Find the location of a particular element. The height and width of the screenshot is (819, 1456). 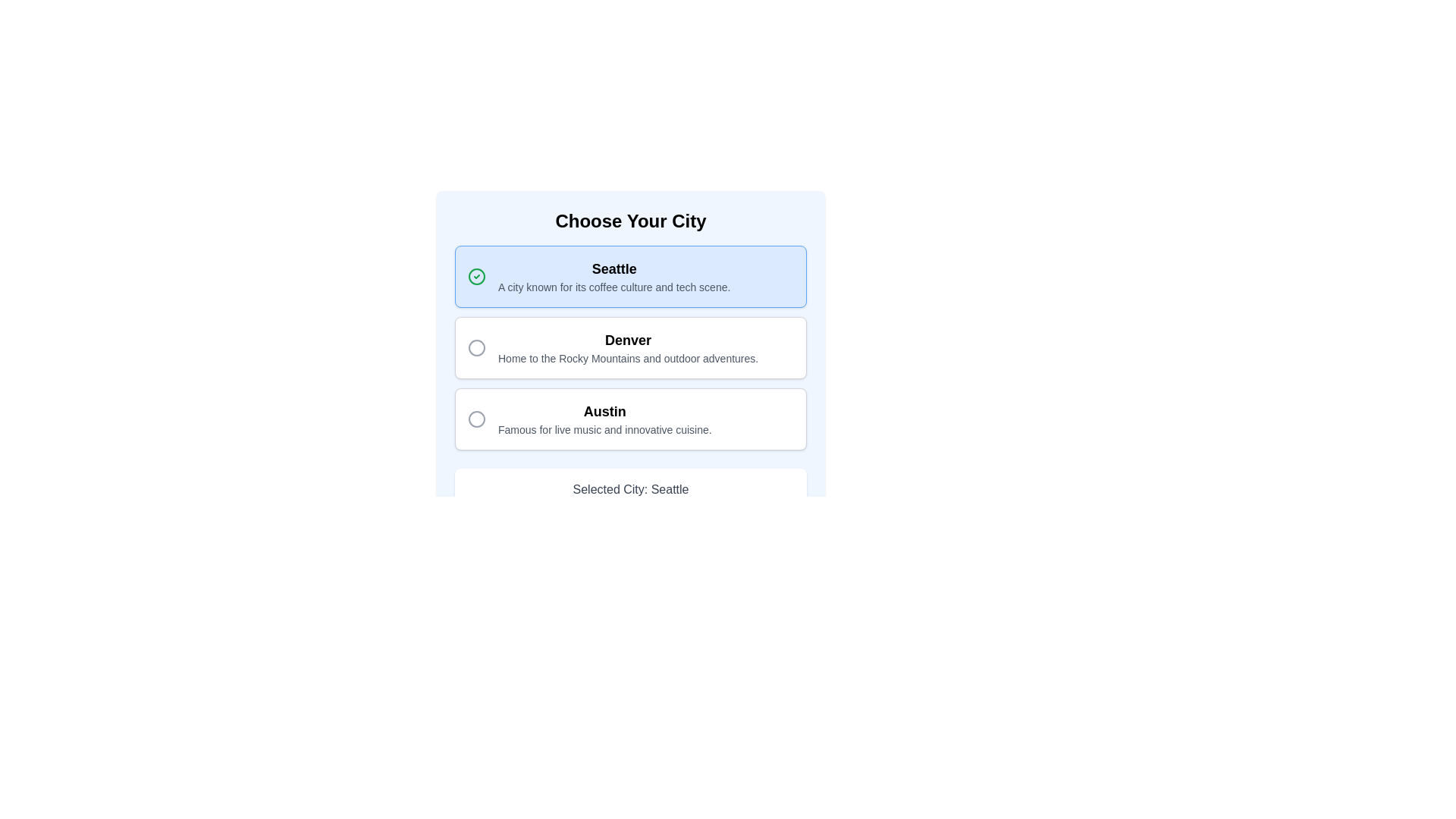

the radio button associated with the city 'Austin', which is located within the card below 'Denver' and above the 'Selected City' section is located at coordinates (604, 419).